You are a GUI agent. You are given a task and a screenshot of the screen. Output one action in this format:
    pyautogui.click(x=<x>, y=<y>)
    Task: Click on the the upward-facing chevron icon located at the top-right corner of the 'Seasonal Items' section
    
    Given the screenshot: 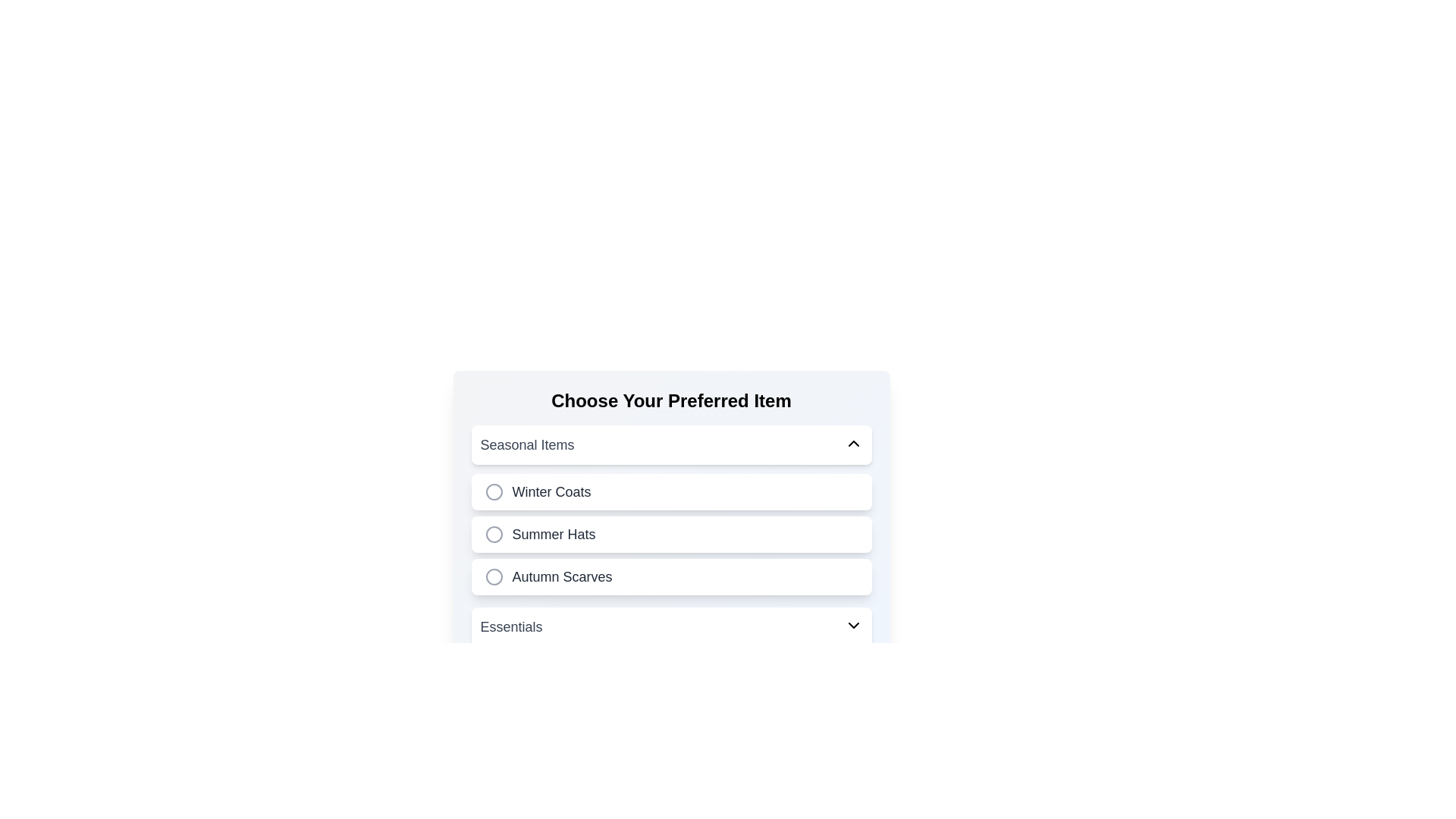 What is the action you would take?
    pyautogui.click(x=853, y=444)
    